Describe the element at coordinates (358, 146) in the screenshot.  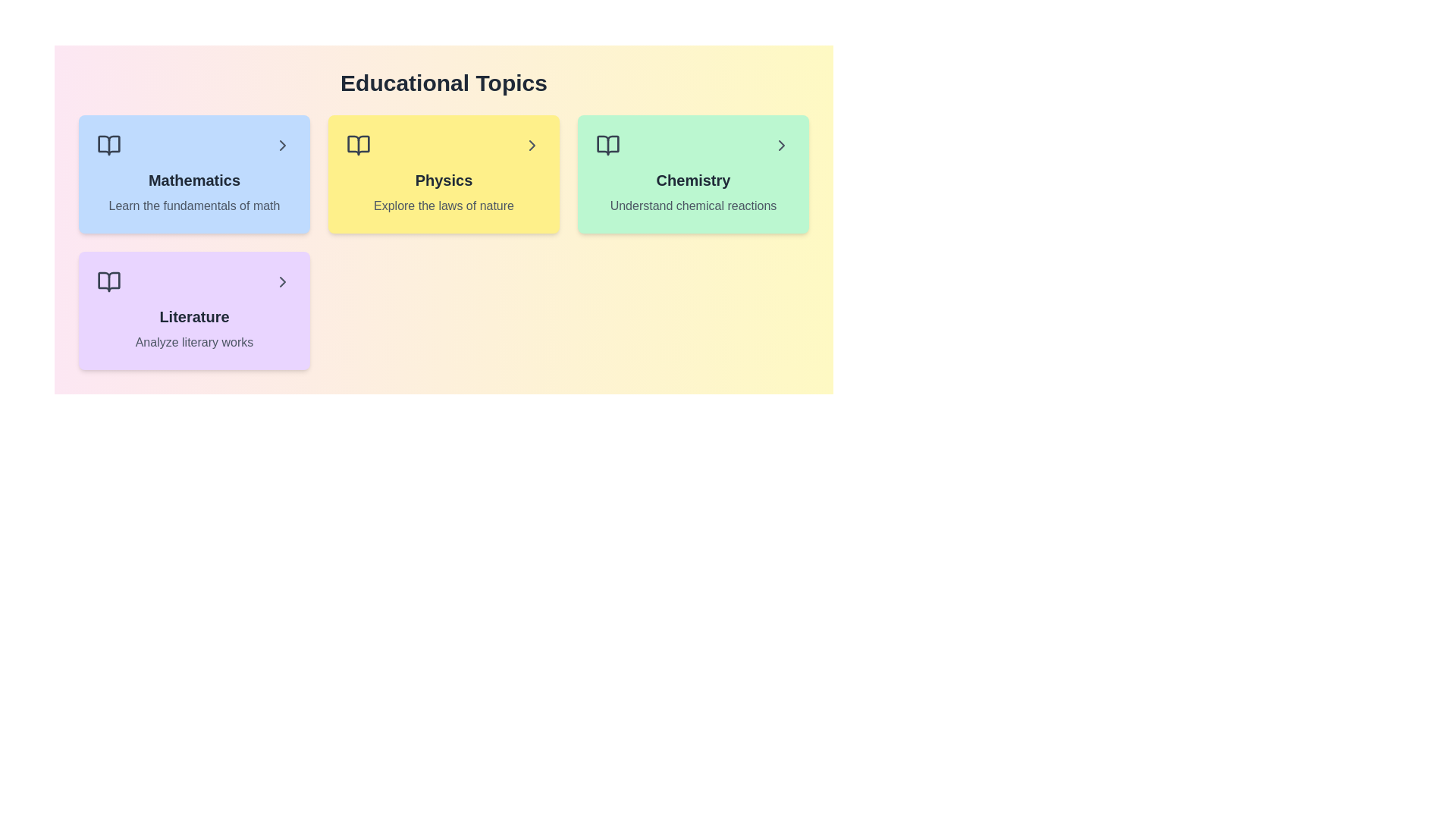
I see `the icon associated with the topic Physics` at that location.